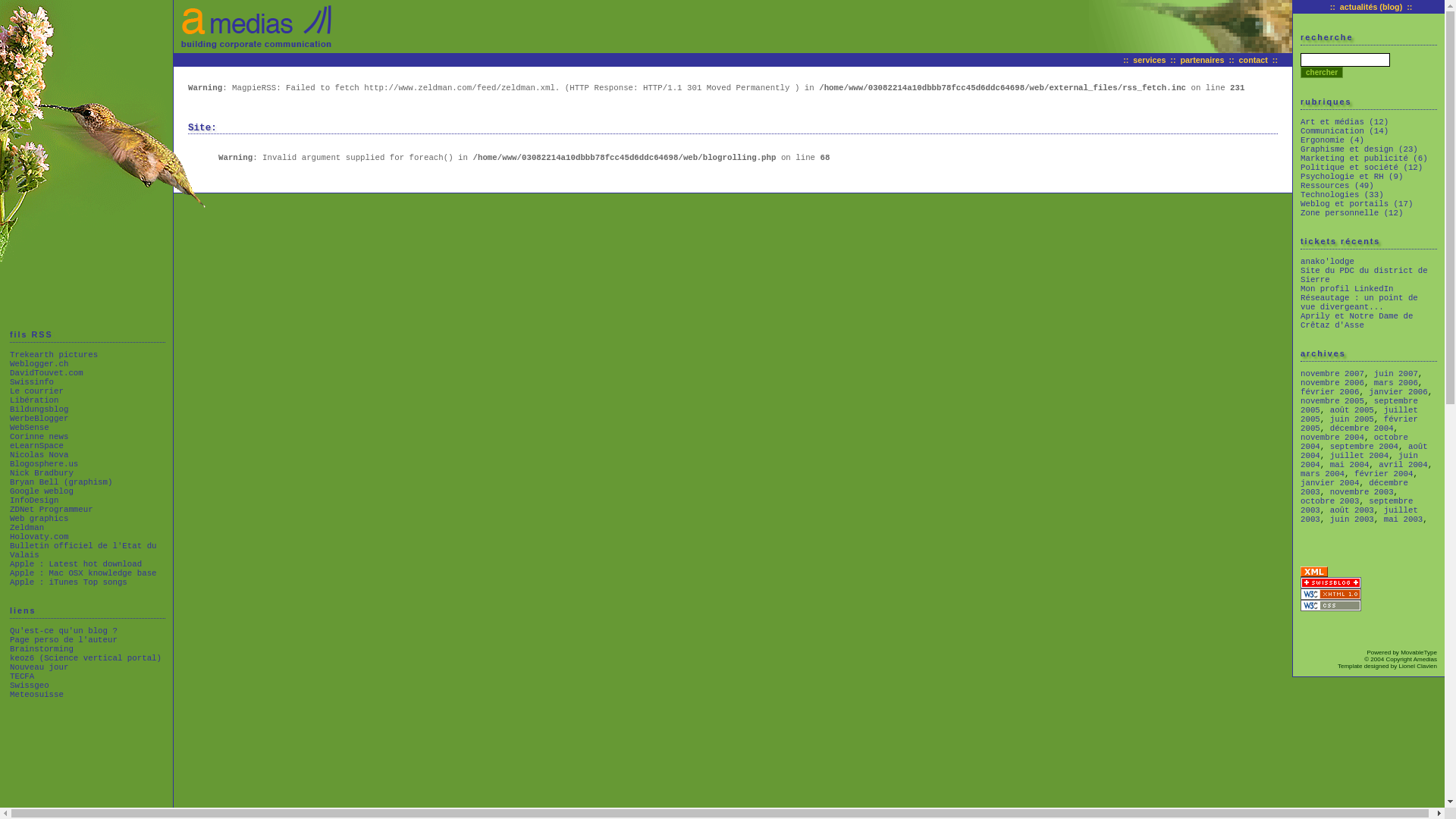  What do you see at coordinates (1331, 400) in the screenshot?
I see `'novembre 2005'` at bounding box center [1331, 400].